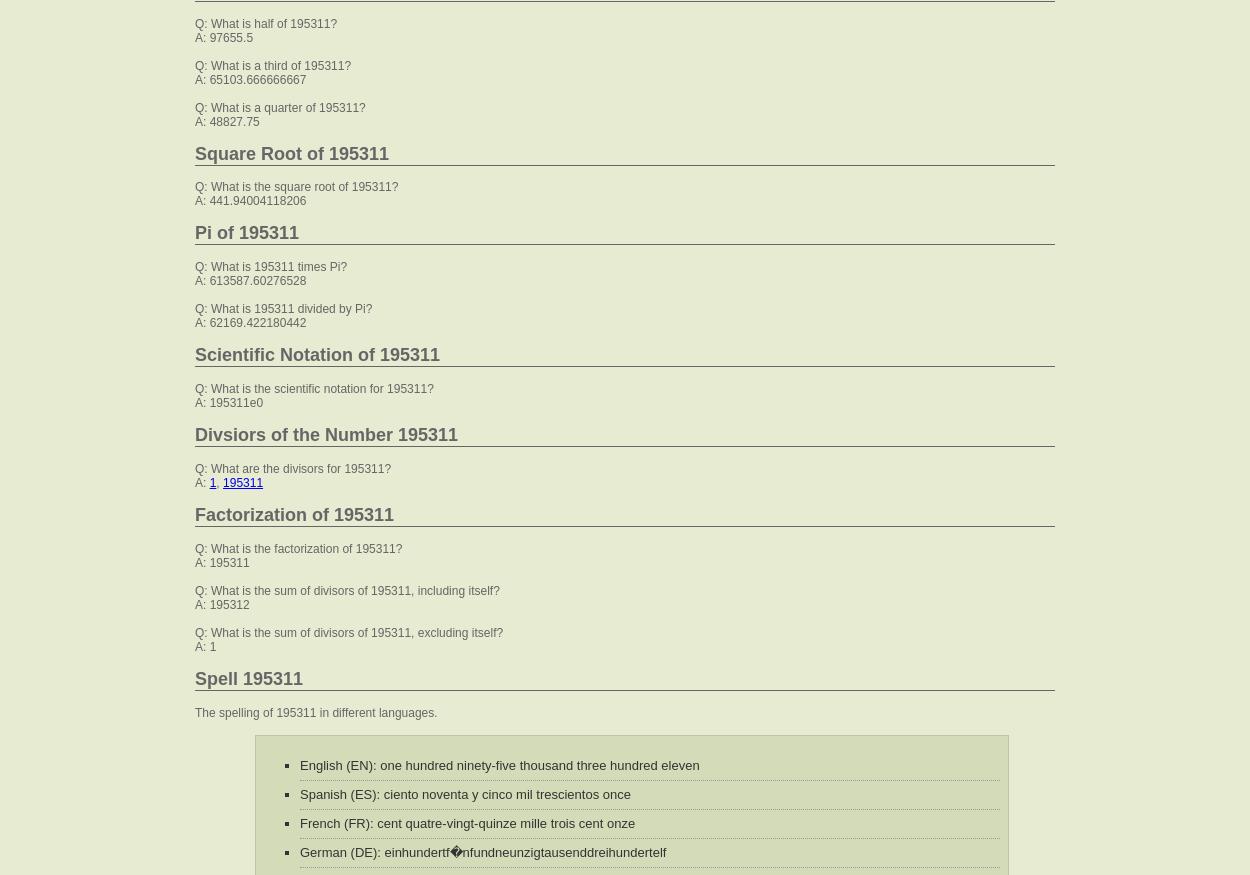  What do you see at coordinates (211, 483) in the screenshot?
I see `'1'` at bounding box center [211, 483].